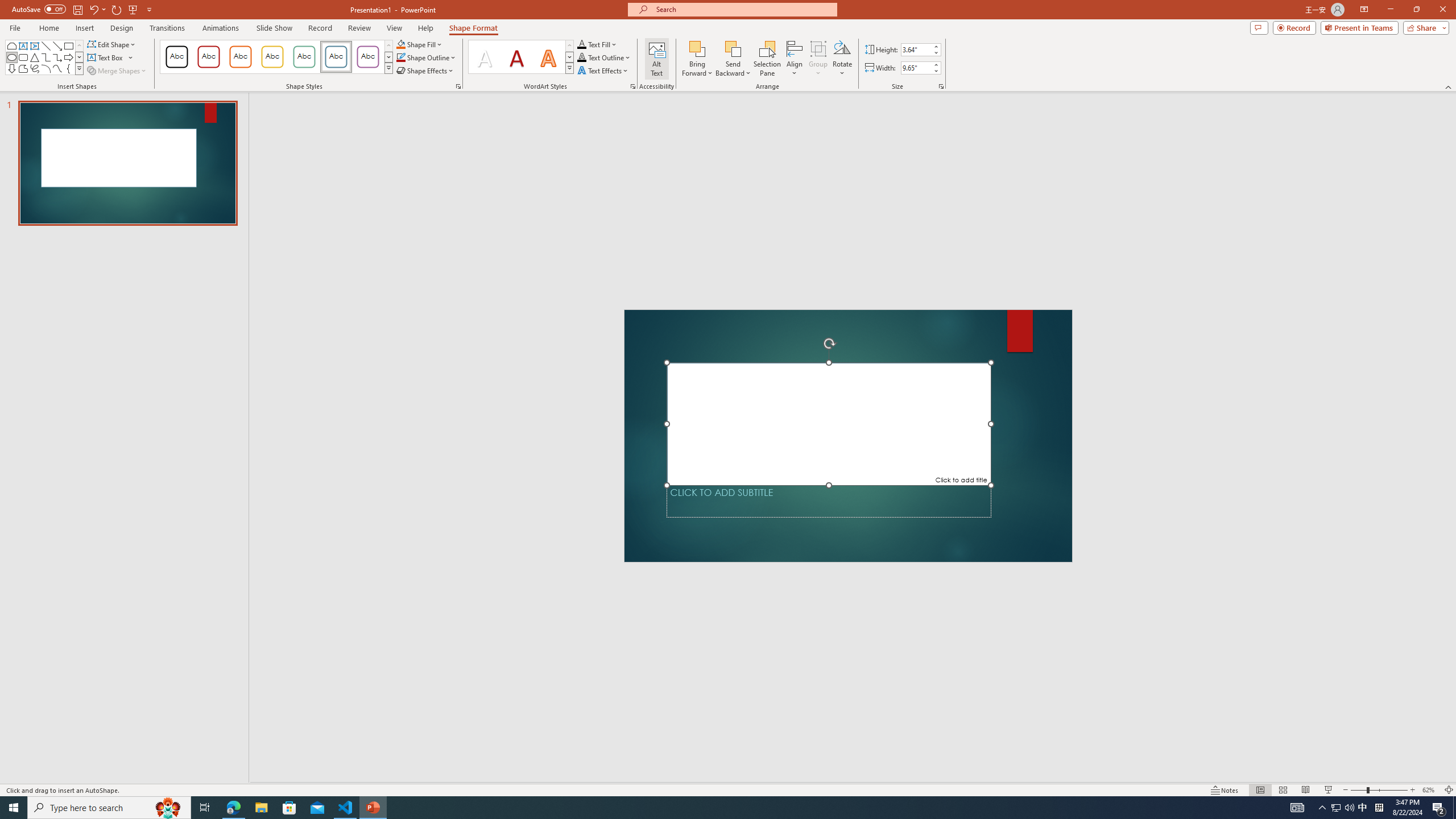 The width and height of the screenshot is (1456, 819). I want to click on 'Colored Outline - Dark Red, Accent 1', so click(208, 56).